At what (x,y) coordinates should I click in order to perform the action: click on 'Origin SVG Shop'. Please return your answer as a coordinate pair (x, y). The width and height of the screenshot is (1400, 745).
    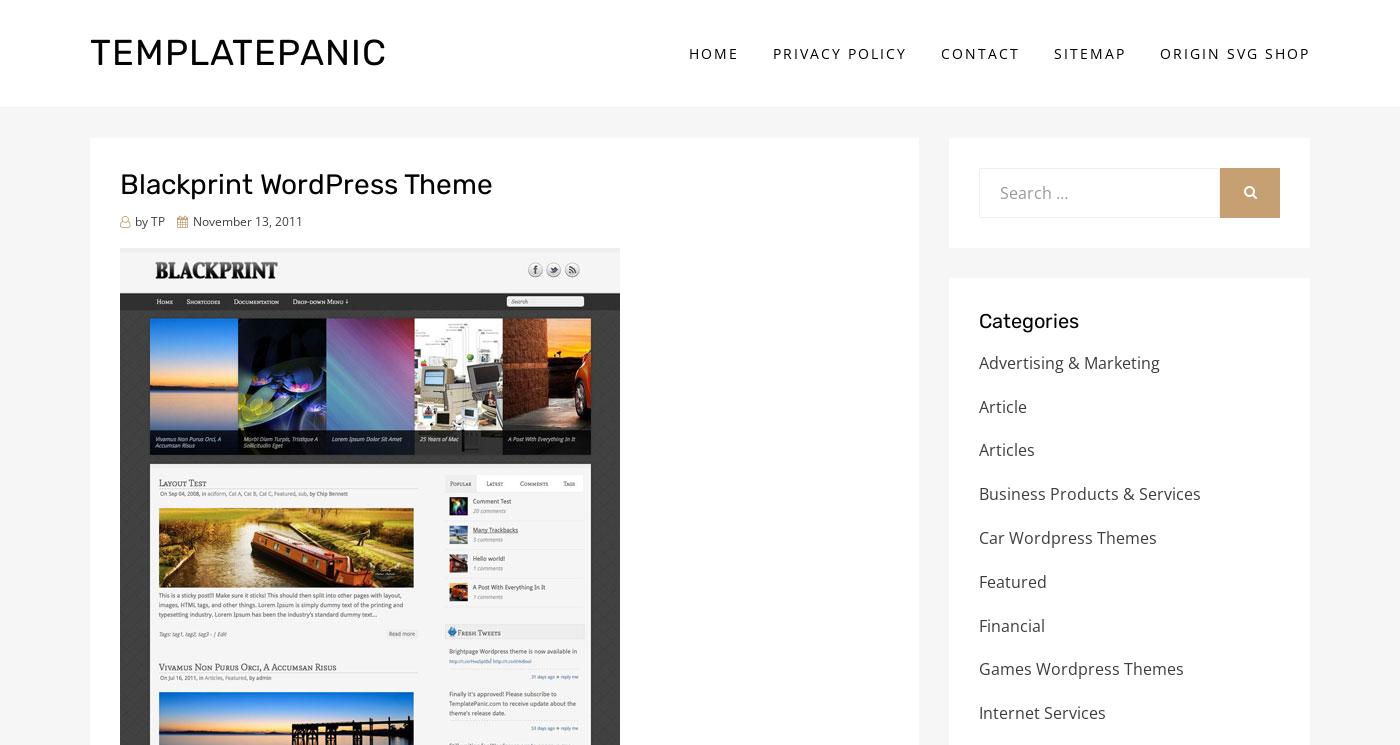
    Looking at the image, I should click on (1234, 51).